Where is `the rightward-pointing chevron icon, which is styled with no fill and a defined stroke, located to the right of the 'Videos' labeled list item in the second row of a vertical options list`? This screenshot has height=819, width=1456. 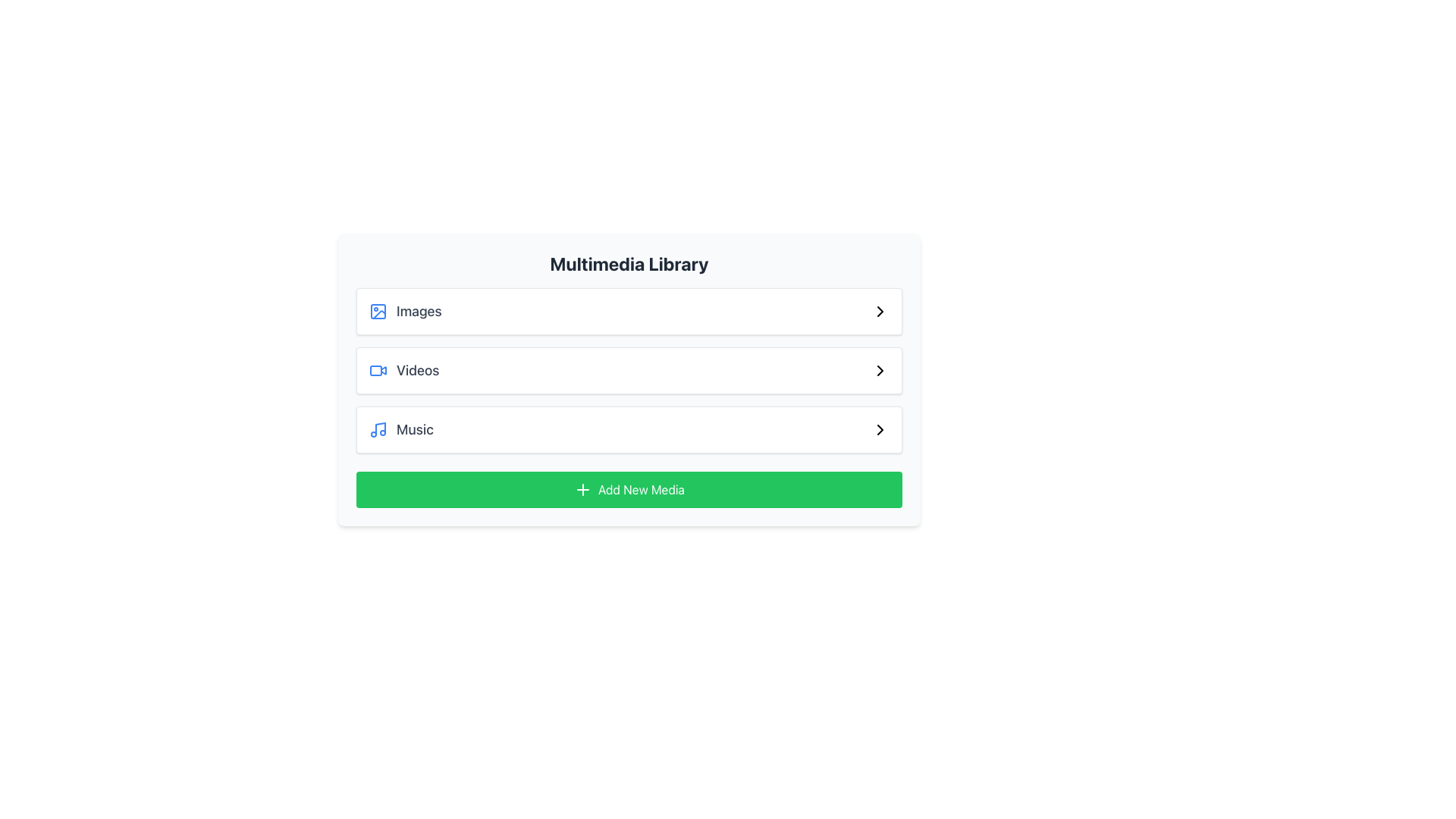 the rightward-pointing chevron icon, which is styled with no fill and a defined stroke, located to the right of the 'Videos' labeled list item in the second row of a vertical options list is located at coordinates (880, 371).